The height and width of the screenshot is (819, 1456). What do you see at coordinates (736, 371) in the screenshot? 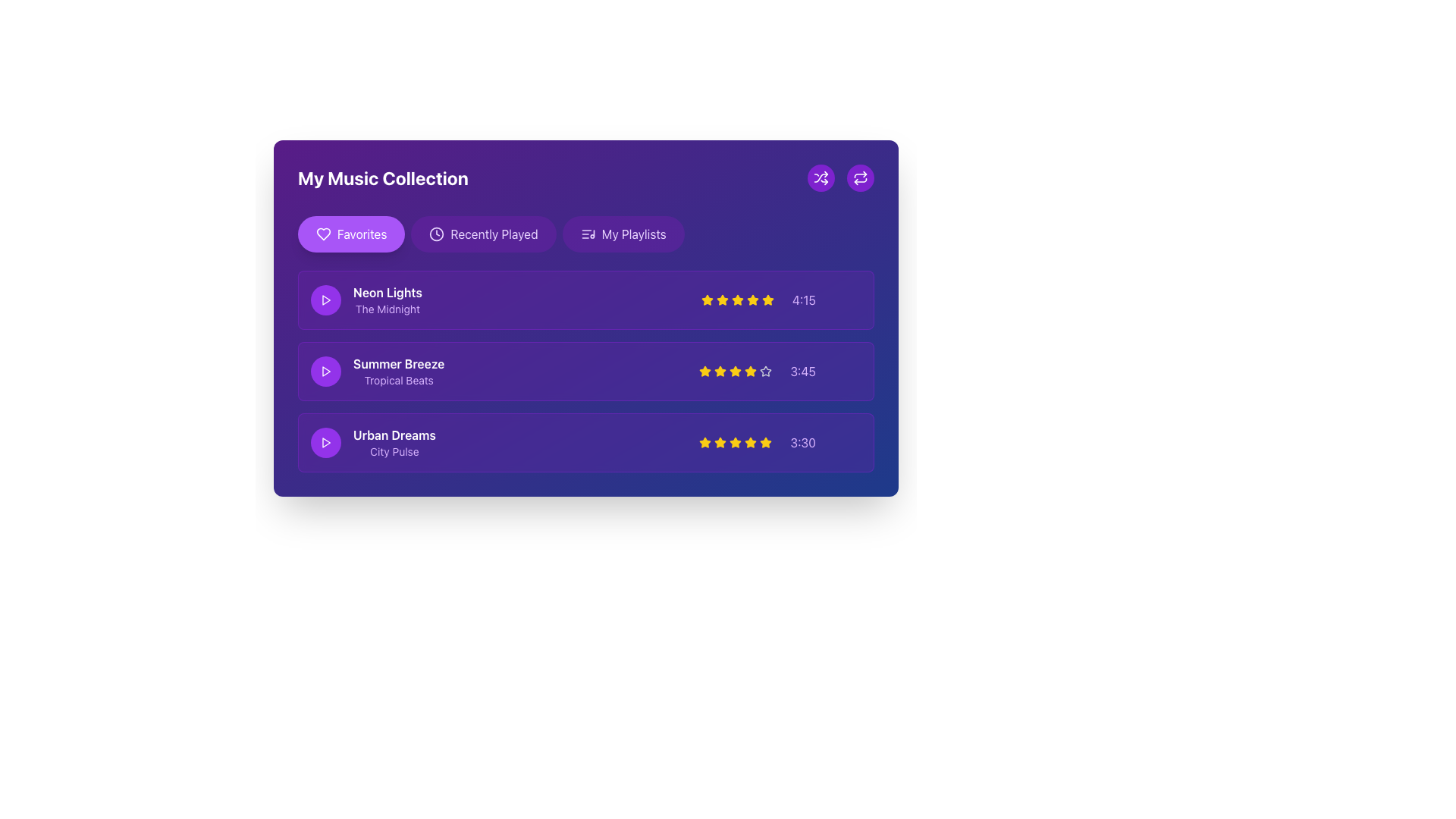
I see `the third star in the 5-star rating system for the 'Summer Breeze' song, represented by the Rating Star Icon` at bounding box center [736, 371].